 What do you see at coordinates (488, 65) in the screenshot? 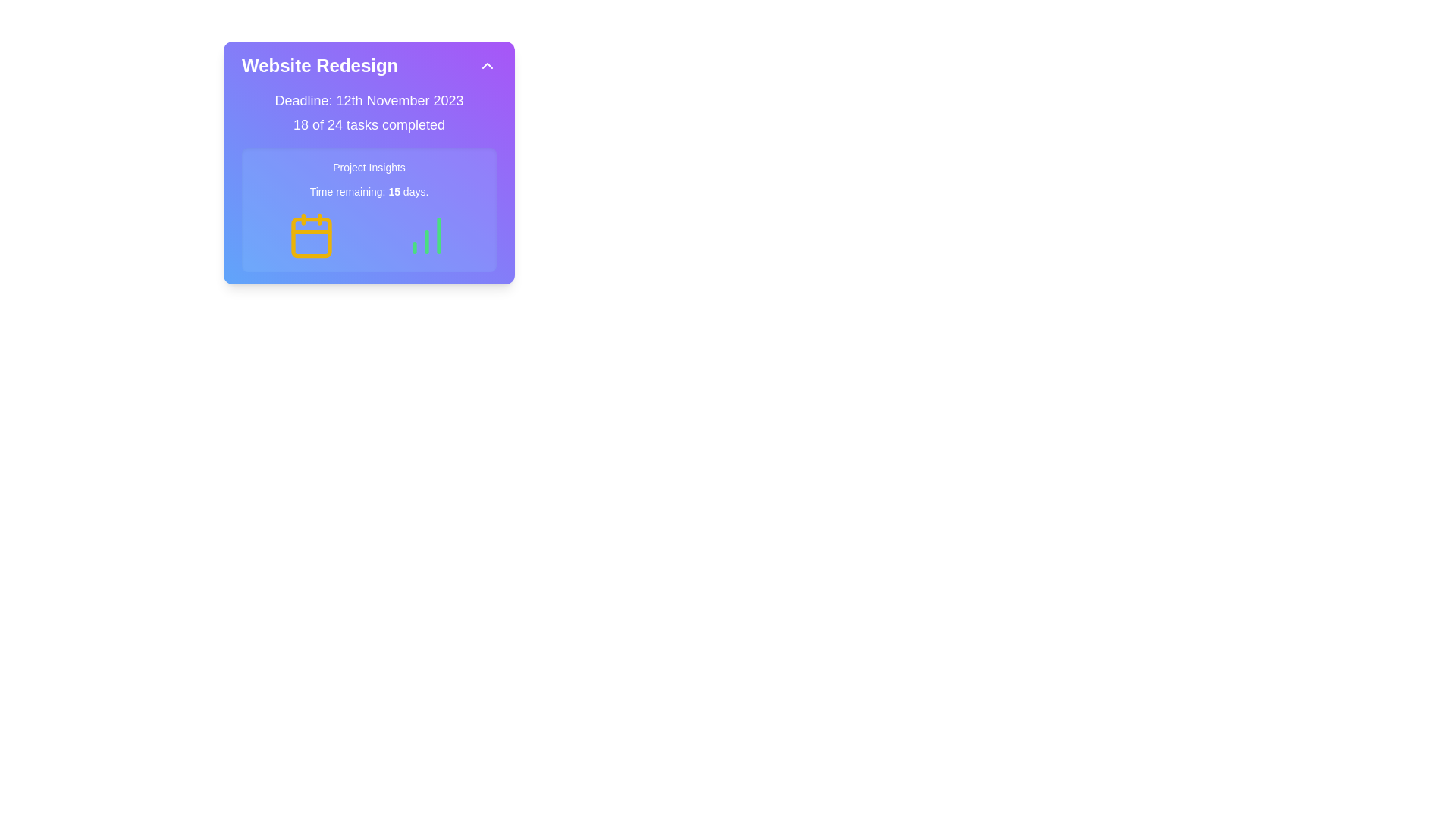
I see `the chevron icon button located in the upper-right corner of the 'Website Redesign' card` at bounding box center [488, 65].